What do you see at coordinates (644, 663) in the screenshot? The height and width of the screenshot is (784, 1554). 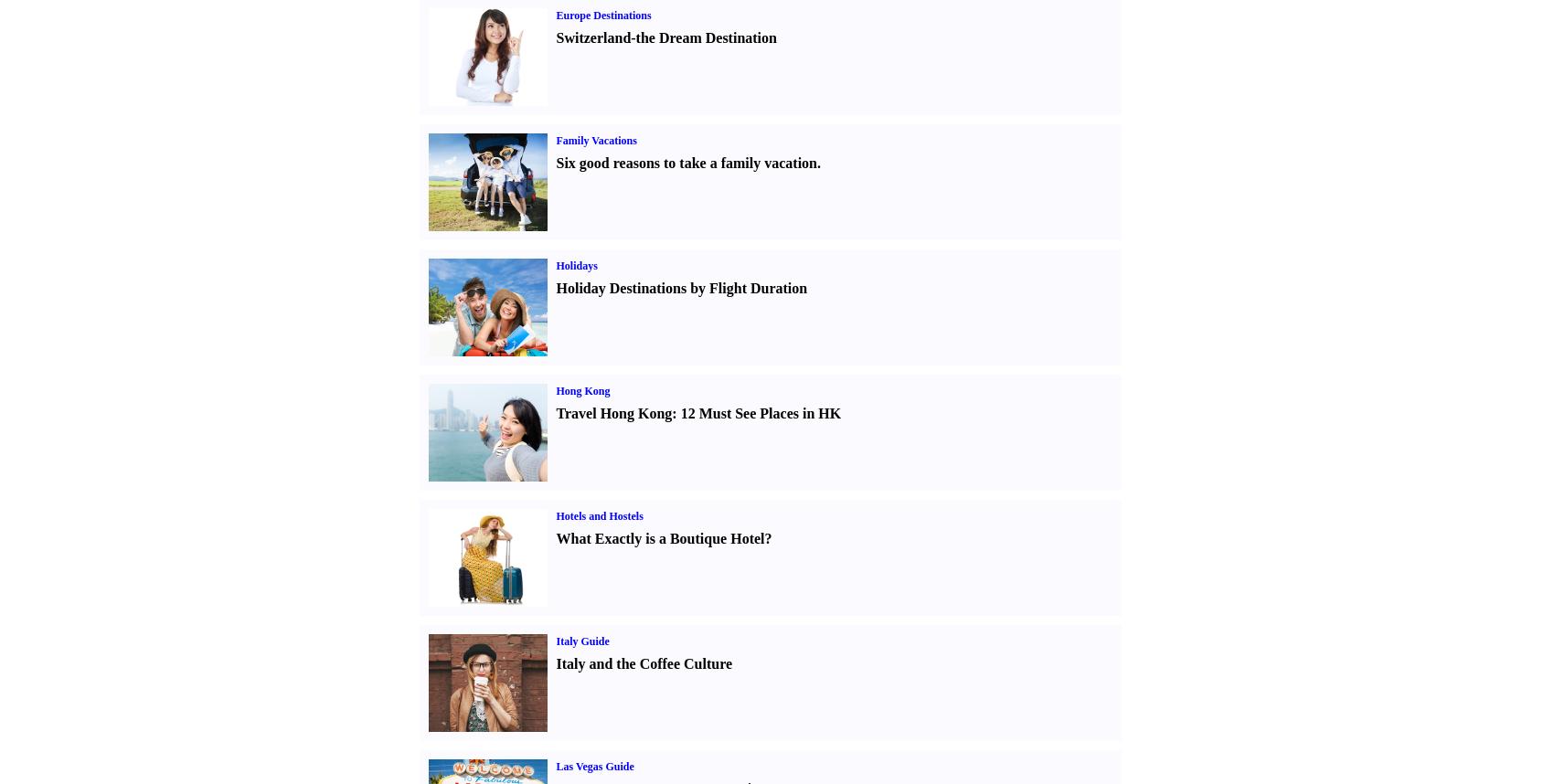 I see `'Italy and the Coffee Culture'` at bounding box center [644, 663].